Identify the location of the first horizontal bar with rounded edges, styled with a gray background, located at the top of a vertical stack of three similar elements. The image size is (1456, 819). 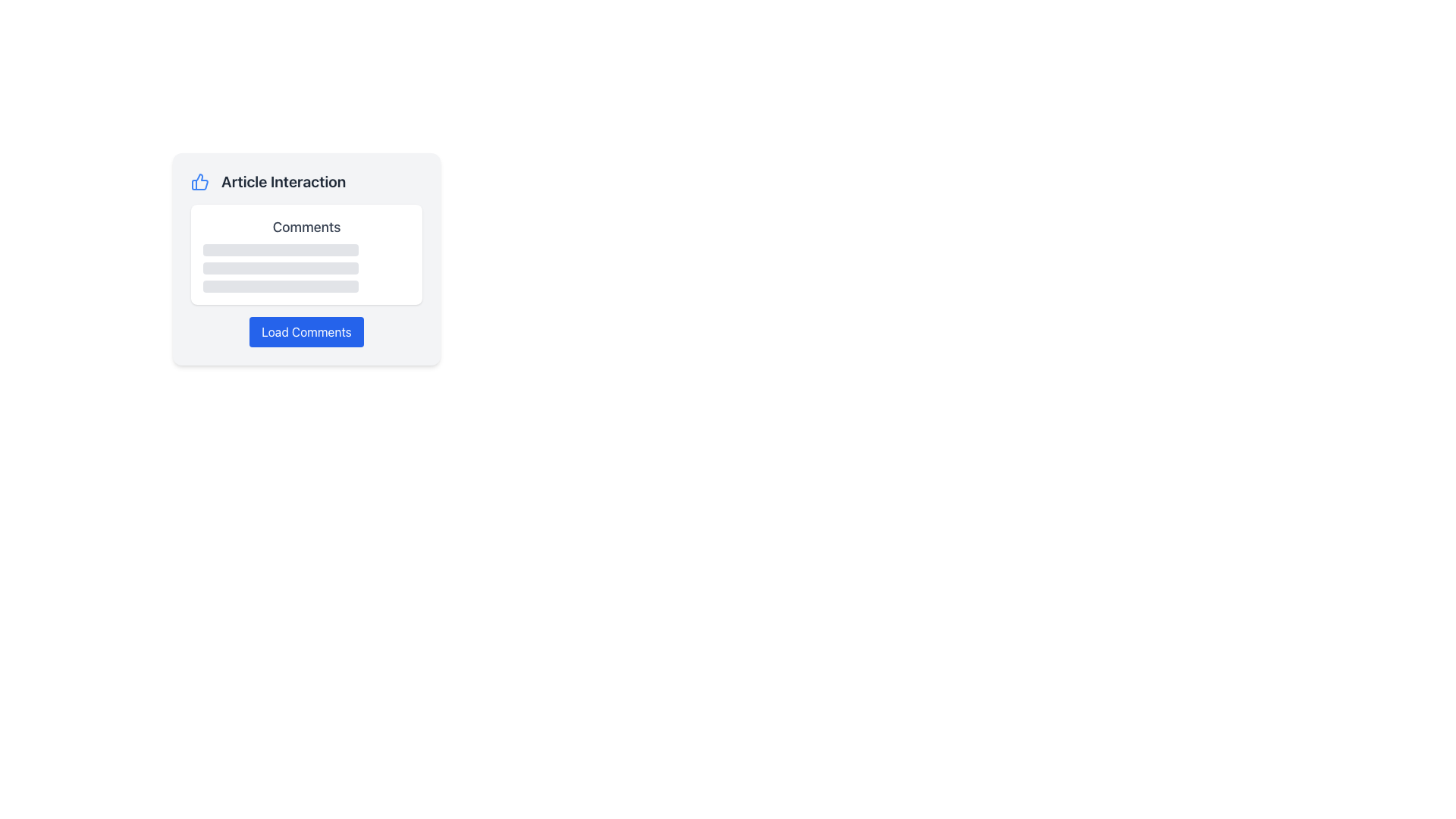
(281, 249).